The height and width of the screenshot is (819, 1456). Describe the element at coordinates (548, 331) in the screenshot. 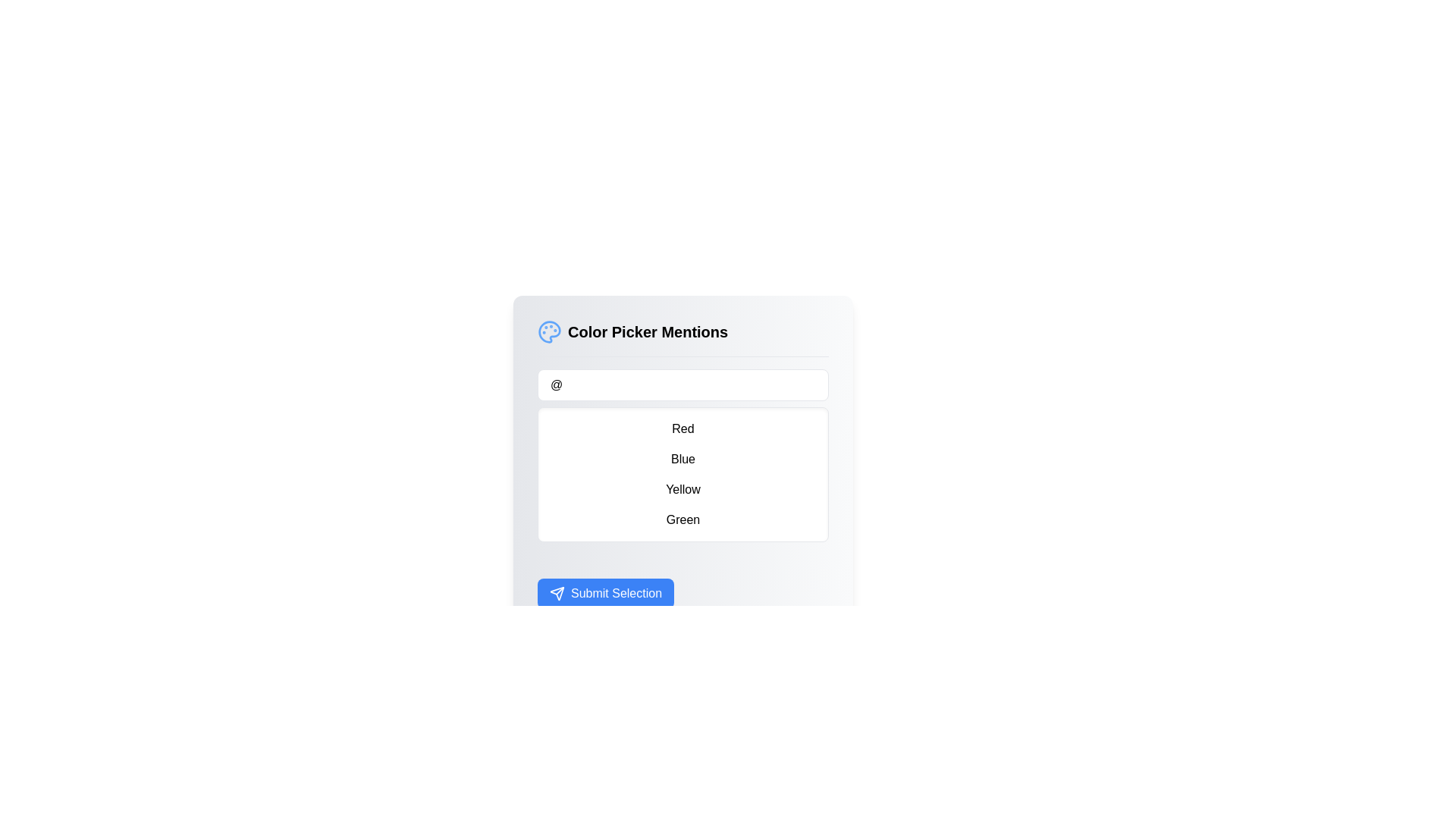

I see `the palette-shaped icon with a blue outline located to the left of the title 'Color Picker Mentions'` at that location.